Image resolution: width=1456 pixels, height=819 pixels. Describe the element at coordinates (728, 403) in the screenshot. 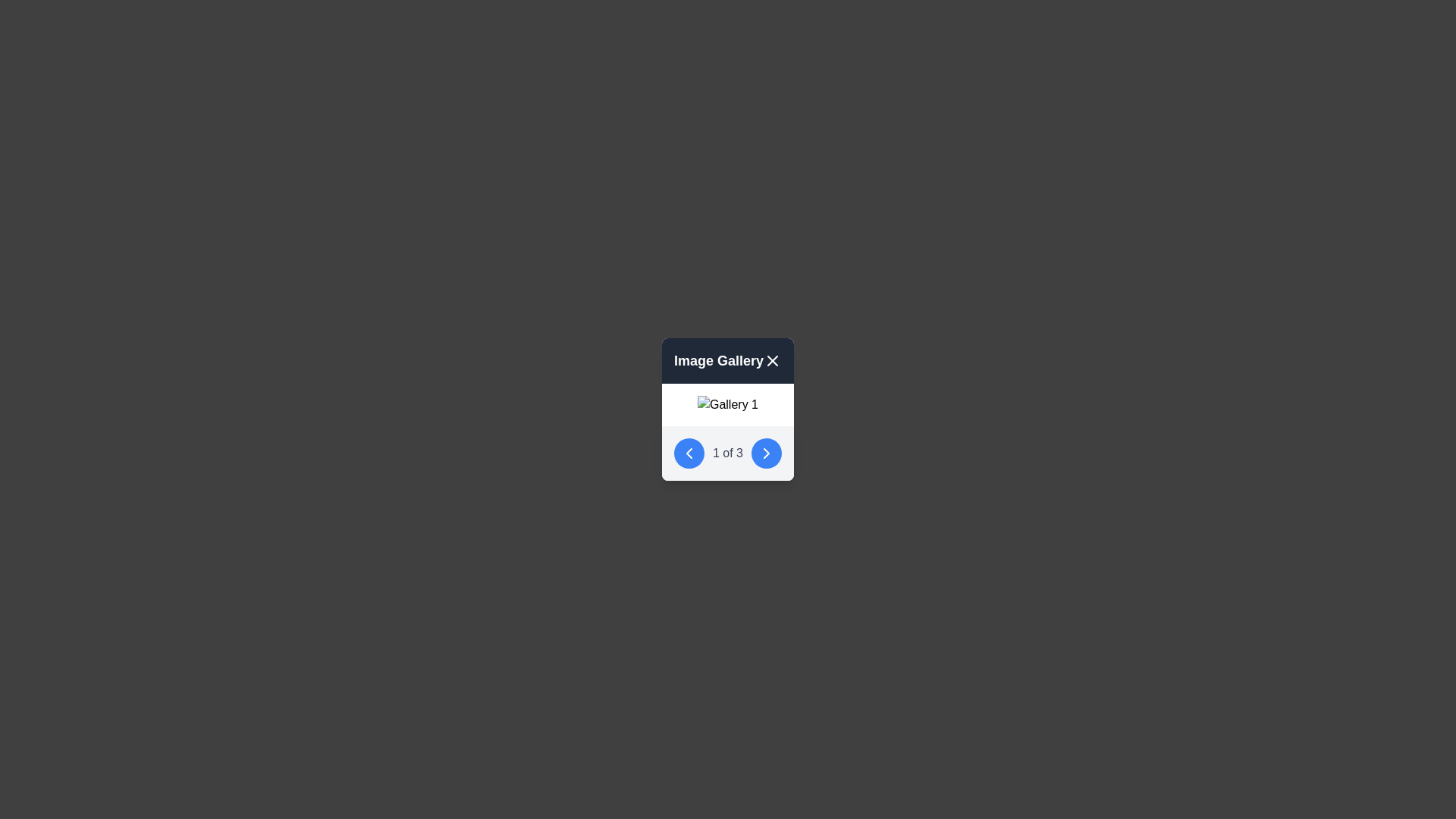

I see `the image display labeled 'Gallery 1' by clicking on it to change the image in the gallery viewer` at that location.